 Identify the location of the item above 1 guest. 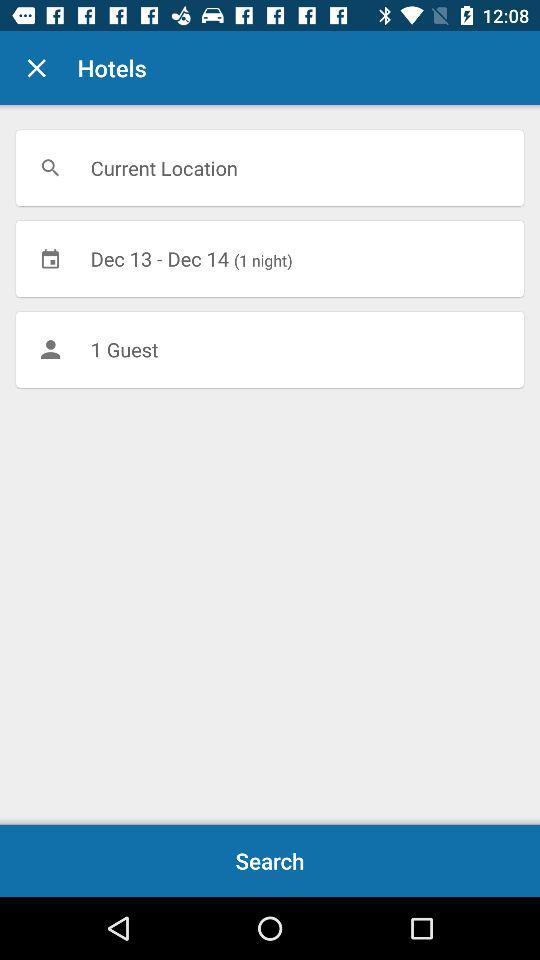
(270, 257).